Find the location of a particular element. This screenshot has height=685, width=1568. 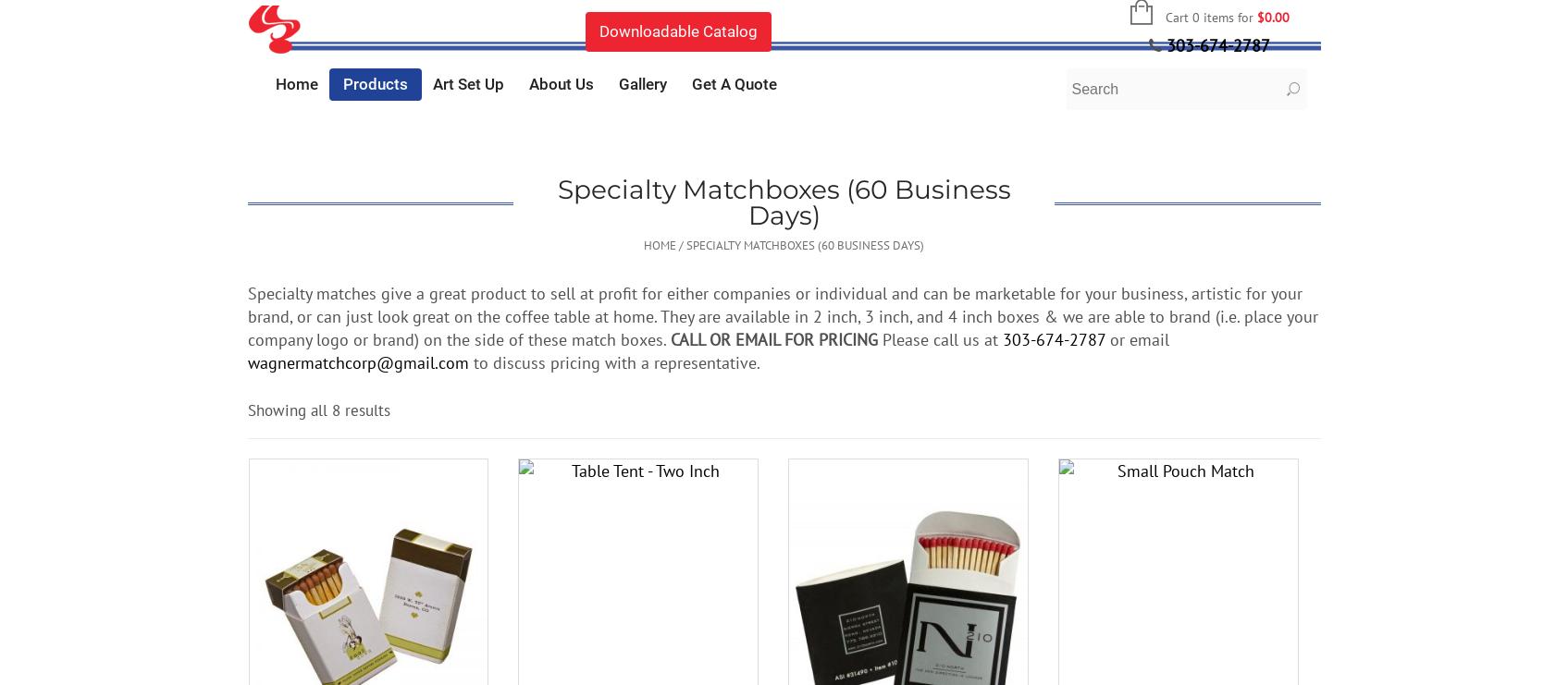

'$' is located at coordinates (1259, 16).